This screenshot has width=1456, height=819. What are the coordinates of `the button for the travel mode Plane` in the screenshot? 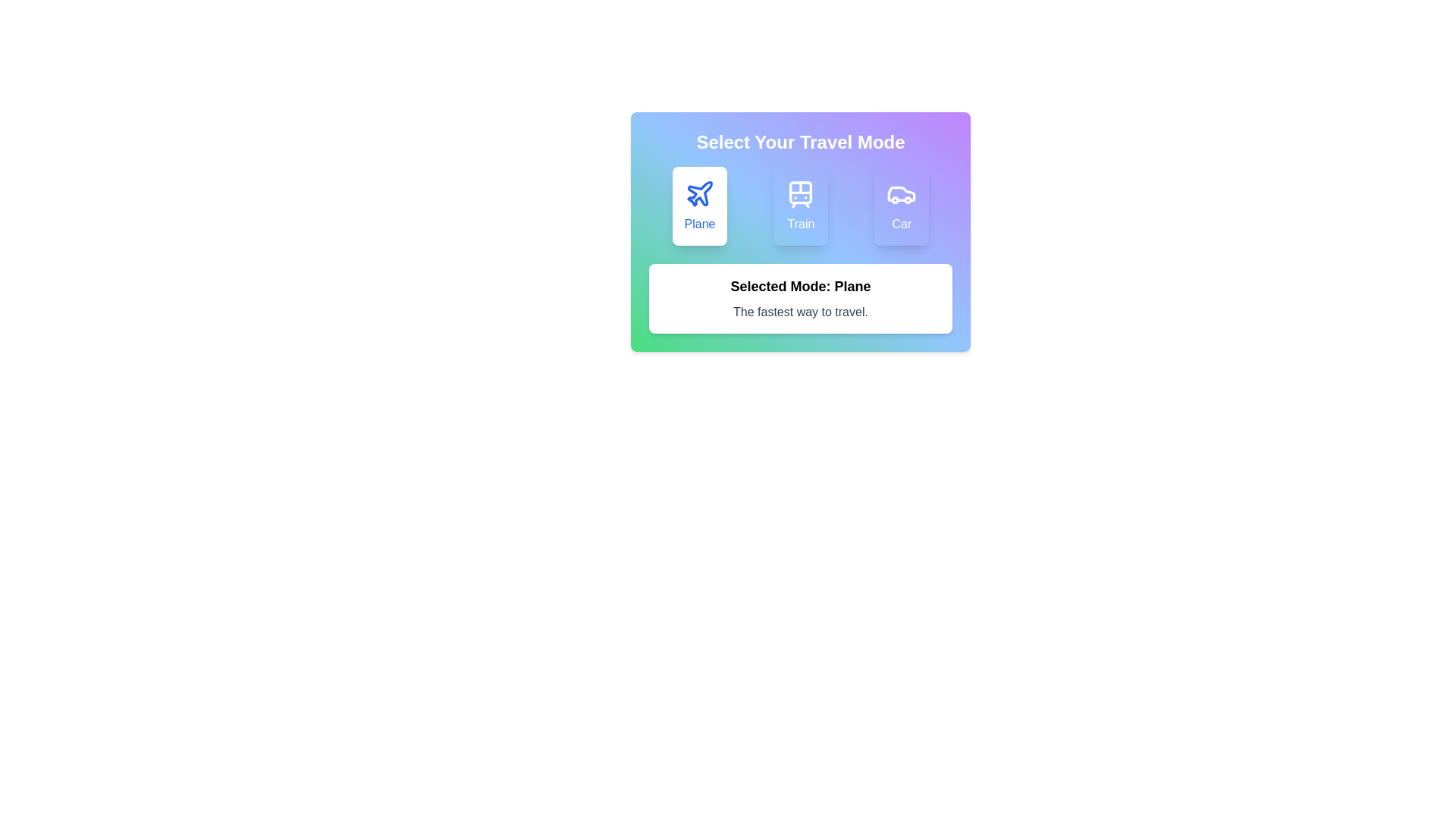 It's located at (698, 206).